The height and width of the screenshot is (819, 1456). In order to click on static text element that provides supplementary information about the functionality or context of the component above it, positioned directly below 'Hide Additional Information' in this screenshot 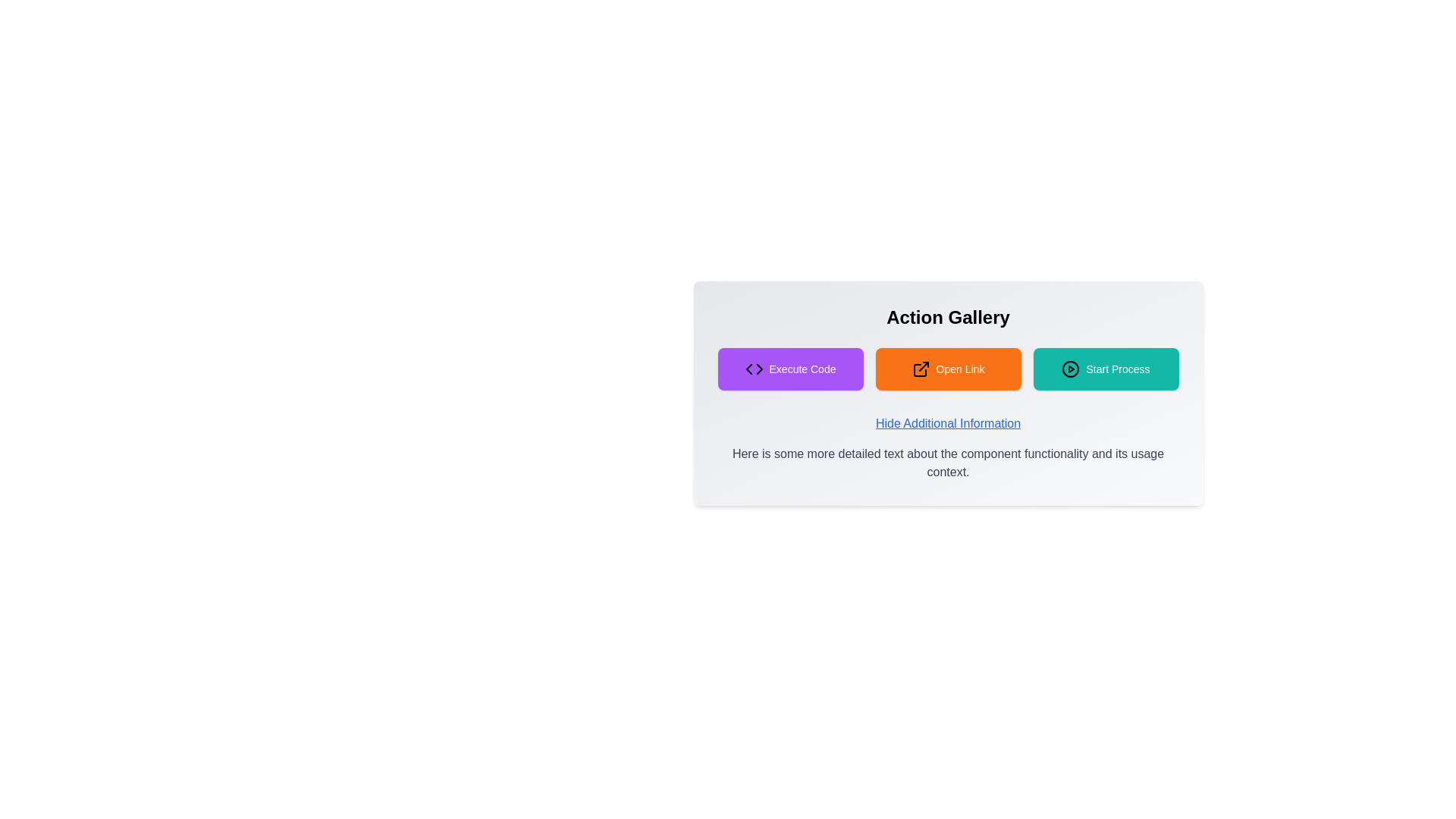, I will do `click(947, 462)`.